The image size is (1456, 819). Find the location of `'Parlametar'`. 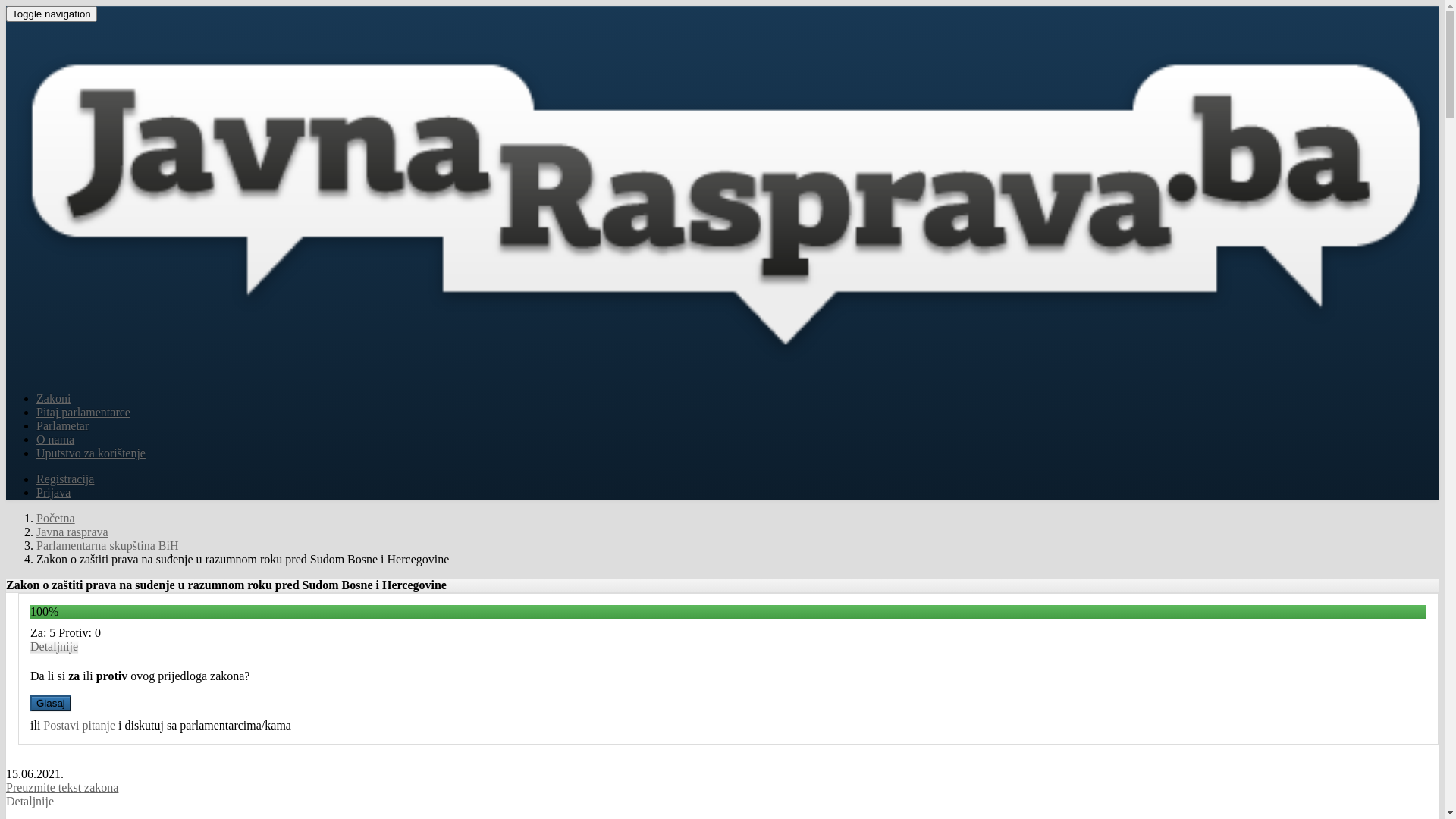

'Parlametar' is located at coordinates (61, 425).